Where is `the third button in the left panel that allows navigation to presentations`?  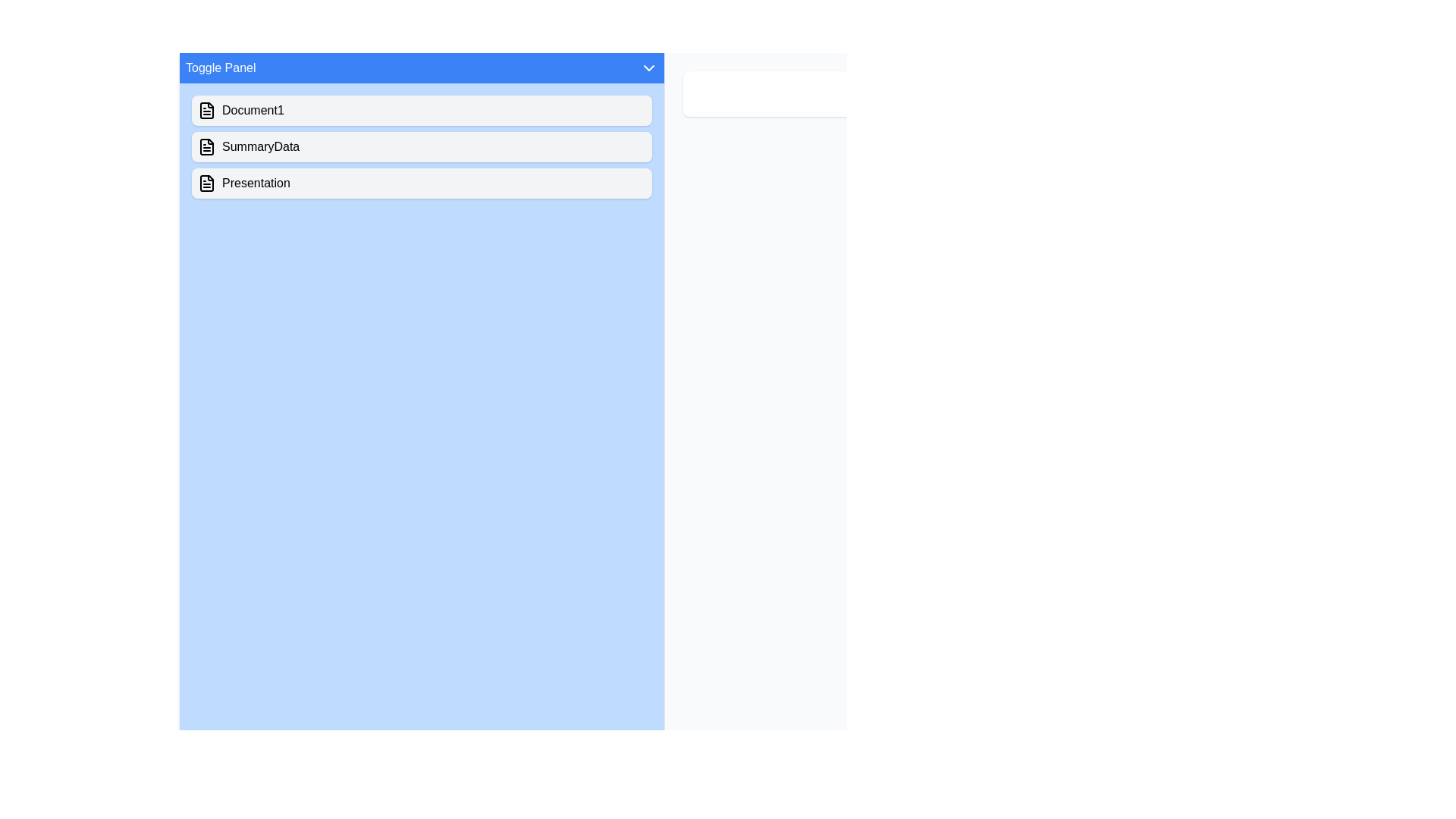
the third button in the left panel that allows navigation to presentations is located at coordinates (422, 183).